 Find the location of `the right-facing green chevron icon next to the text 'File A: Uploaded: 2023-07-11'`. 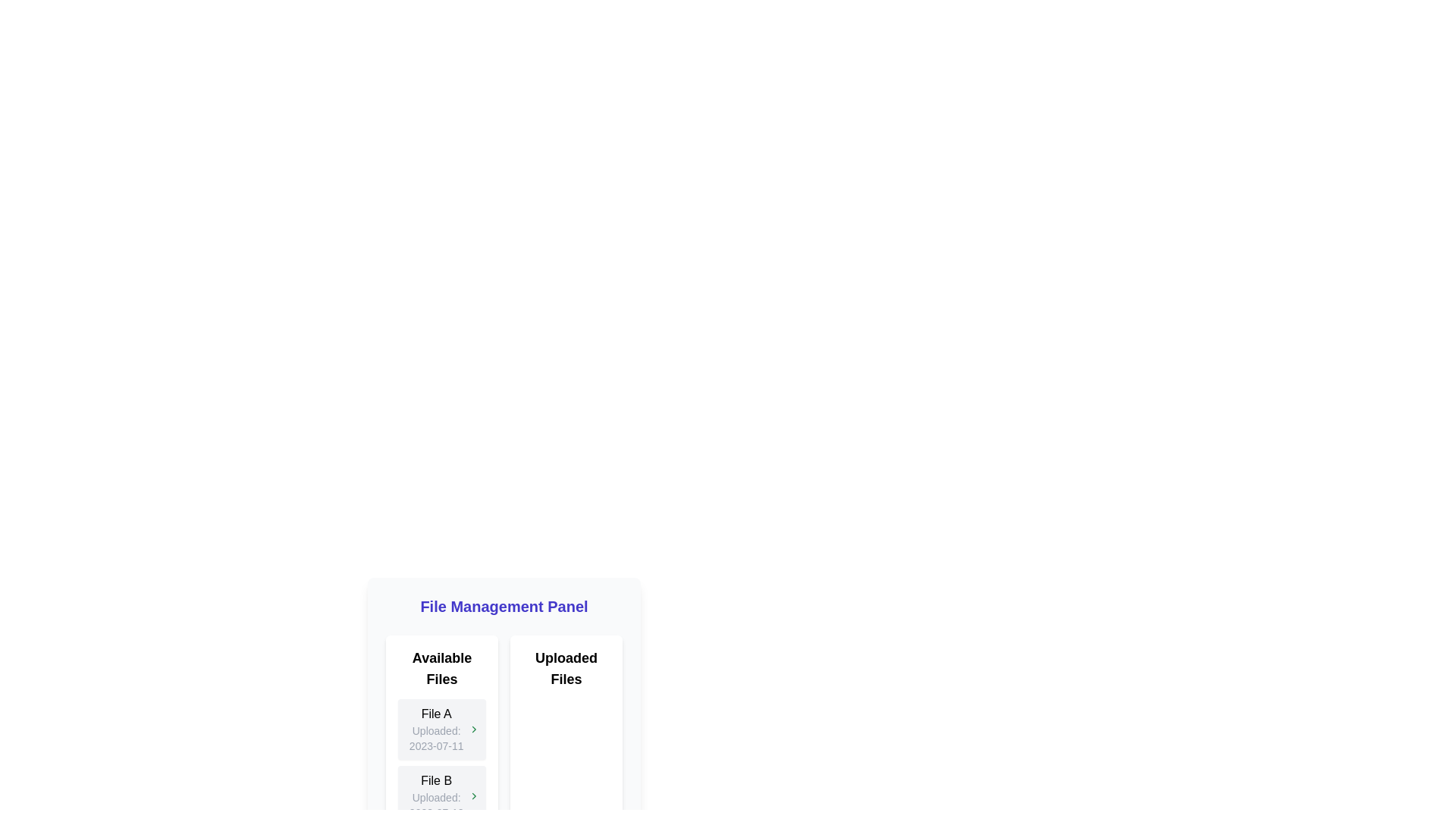

the right-facing green chevron icon next to the text 'File A: Uploaded: 2023-07-11' is located at coordinates (473, 728).